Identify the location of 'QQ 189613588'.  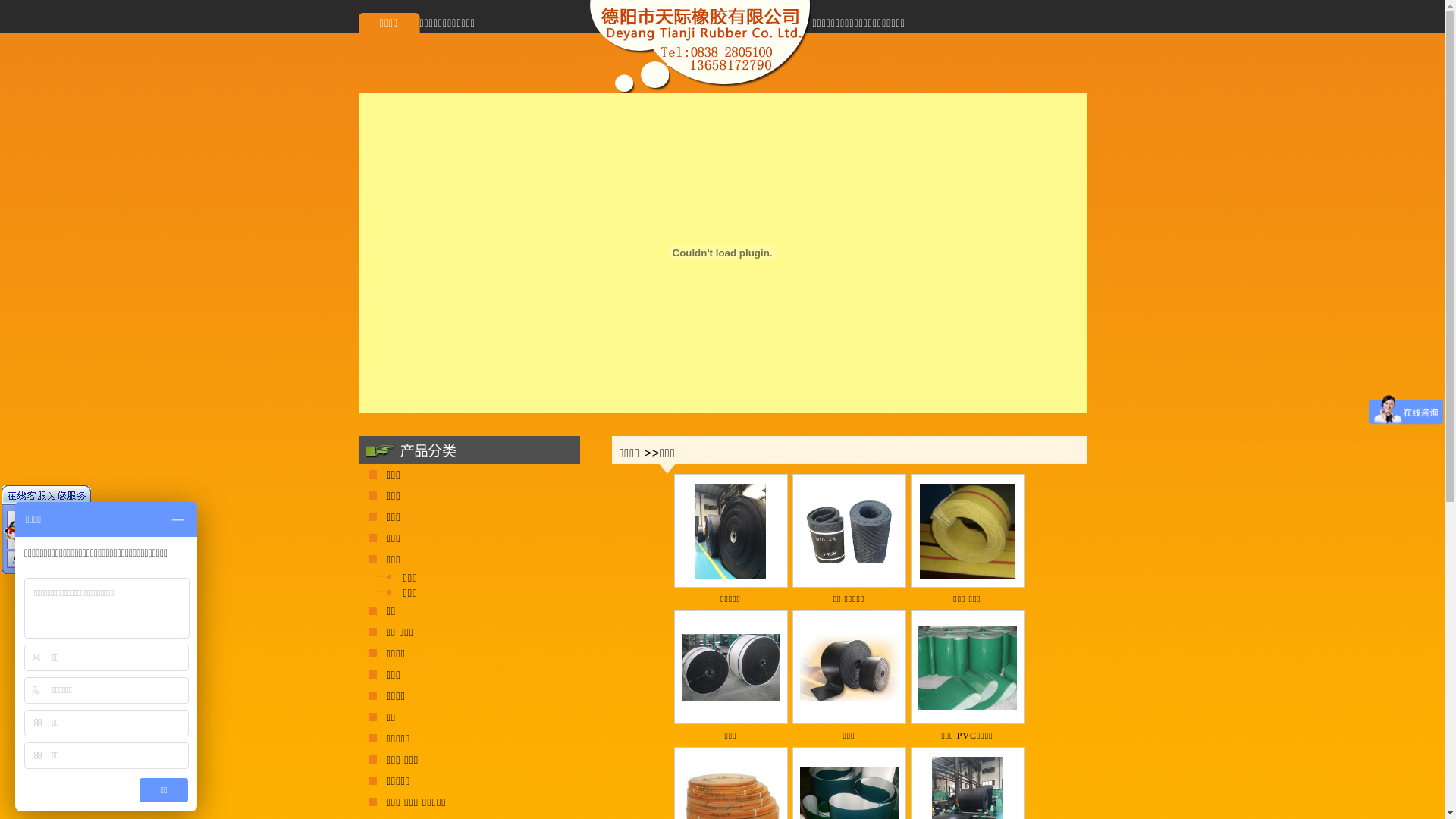
(50, 529).